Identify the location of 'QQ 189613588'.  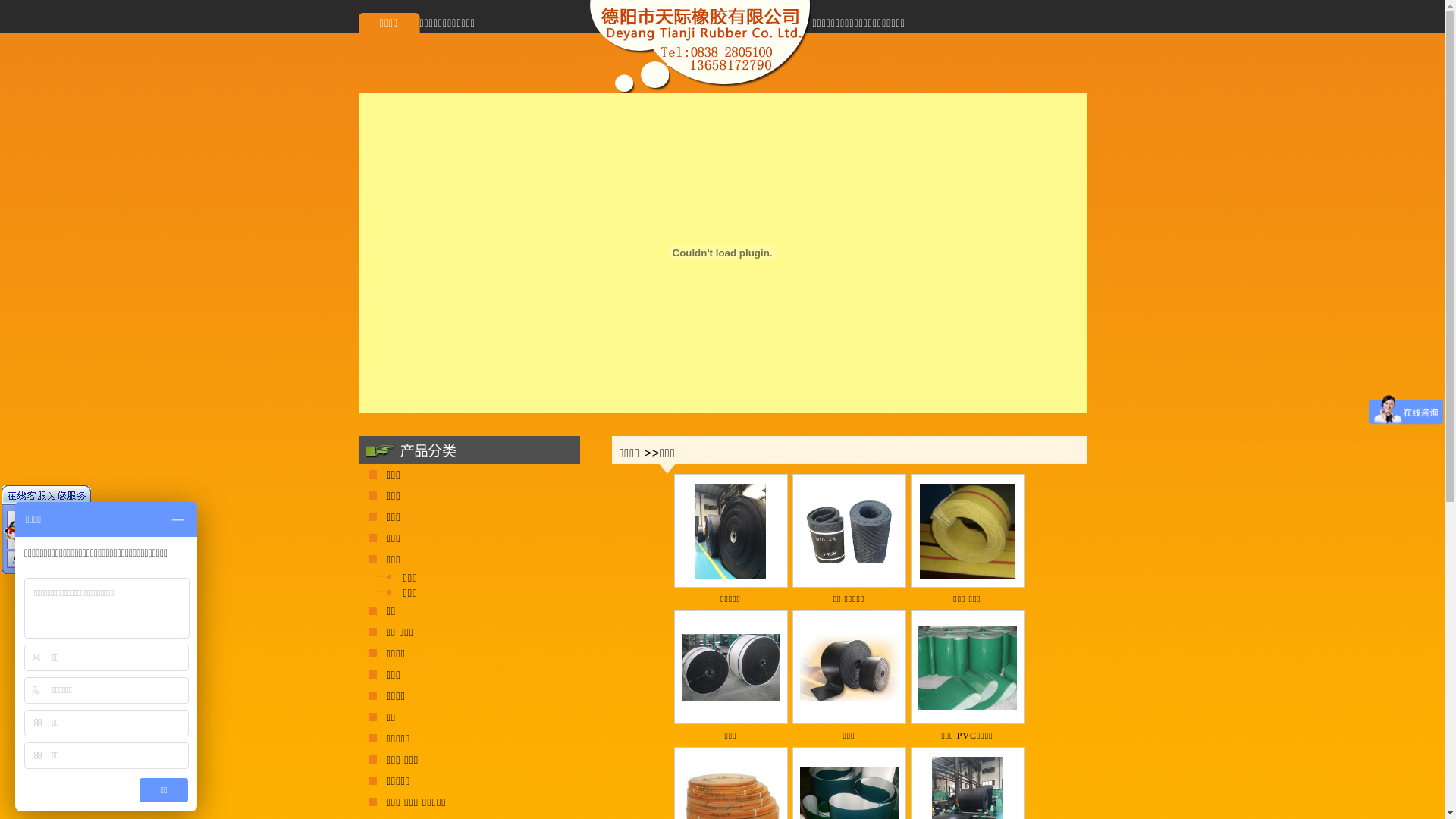
(50, 529).